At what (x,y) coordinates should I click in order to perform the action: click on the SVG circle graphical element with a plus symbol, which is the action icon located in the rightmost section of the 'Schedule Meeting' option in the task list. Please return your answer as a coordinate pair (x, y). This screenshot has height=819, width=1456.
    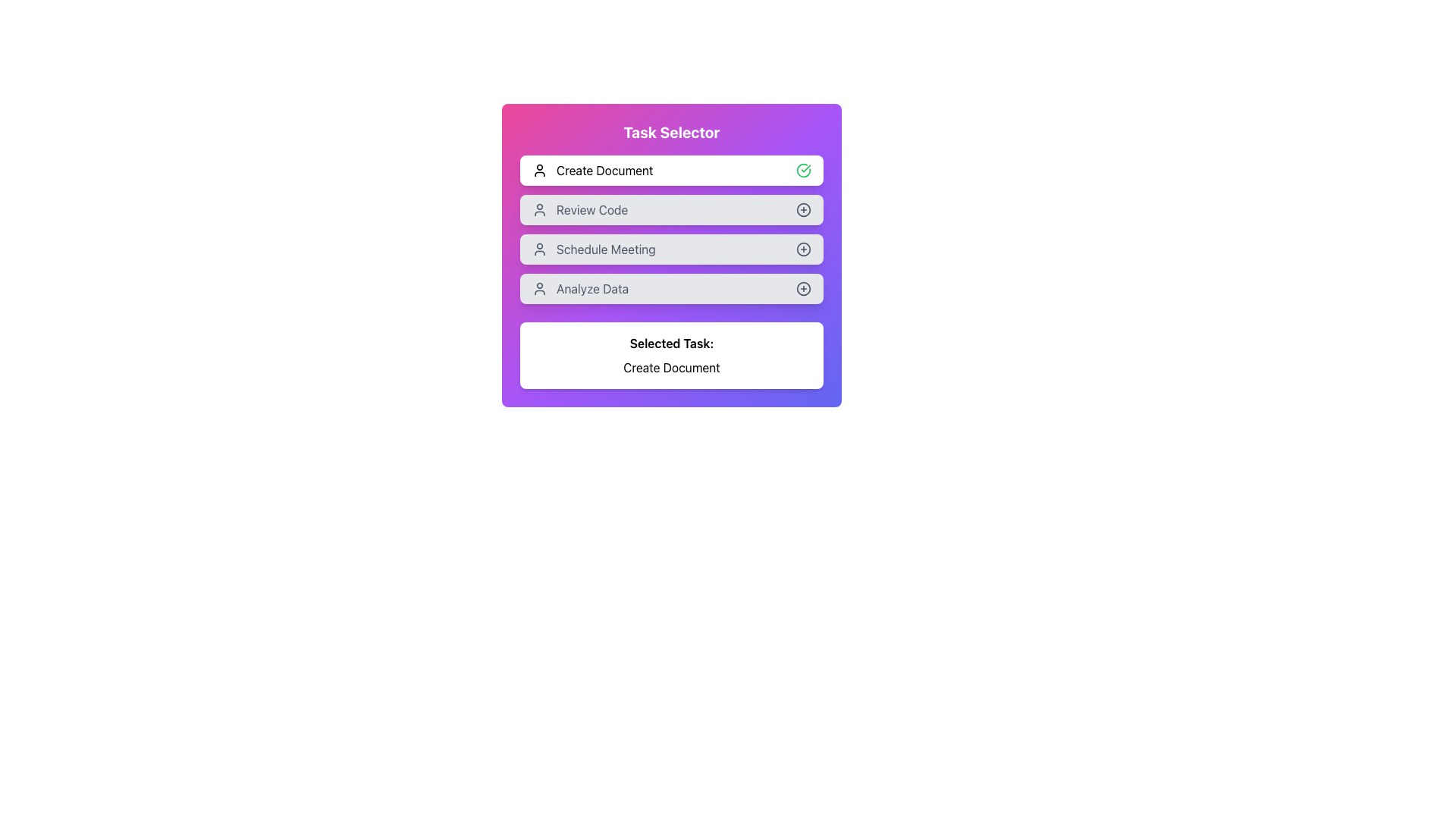
    Looking at the image, I should click on (803, 248).